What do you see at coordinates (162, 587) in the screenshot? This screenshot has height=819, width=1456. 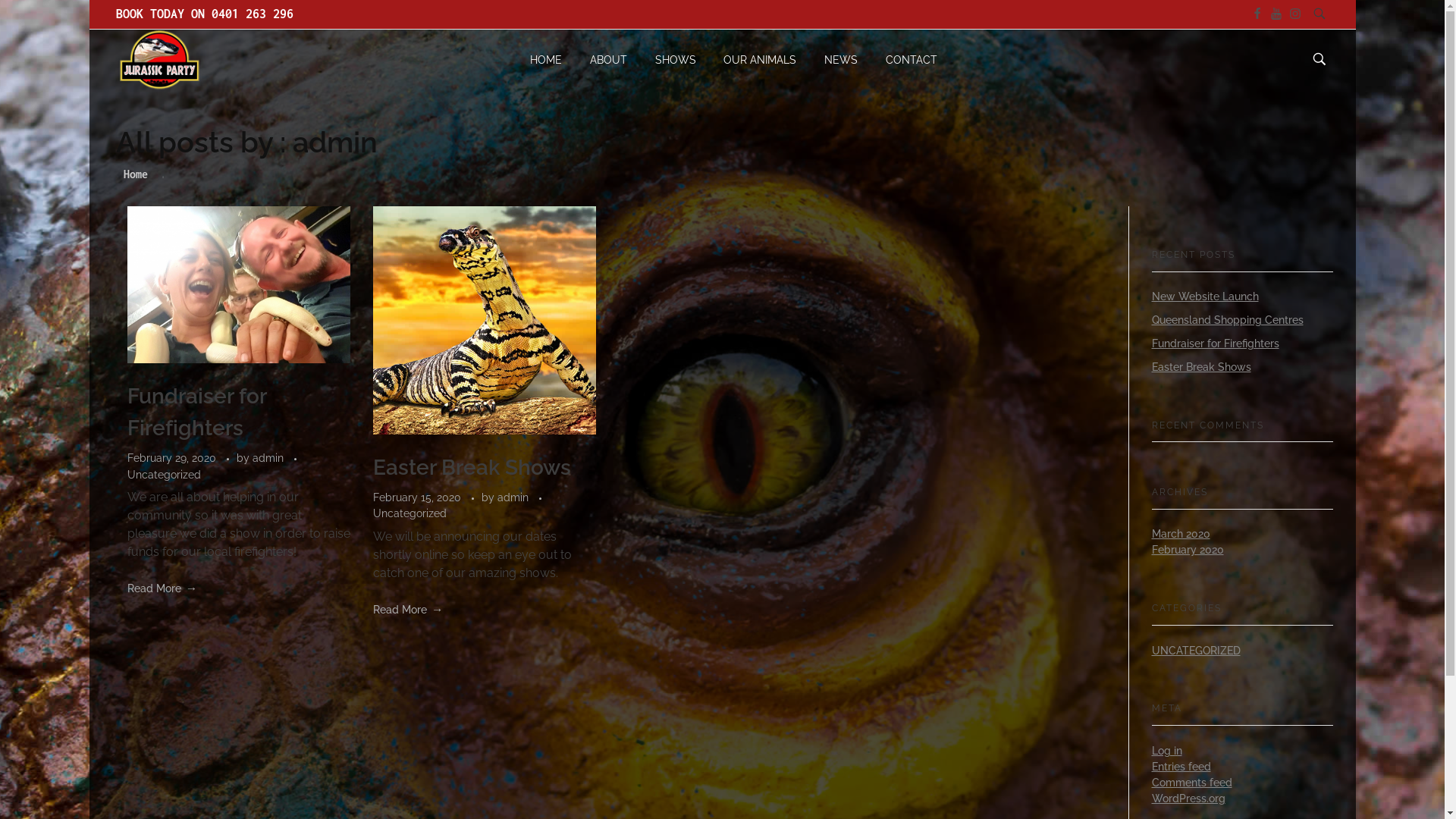 I see `'Read More'` at bounding box center [162, 587].